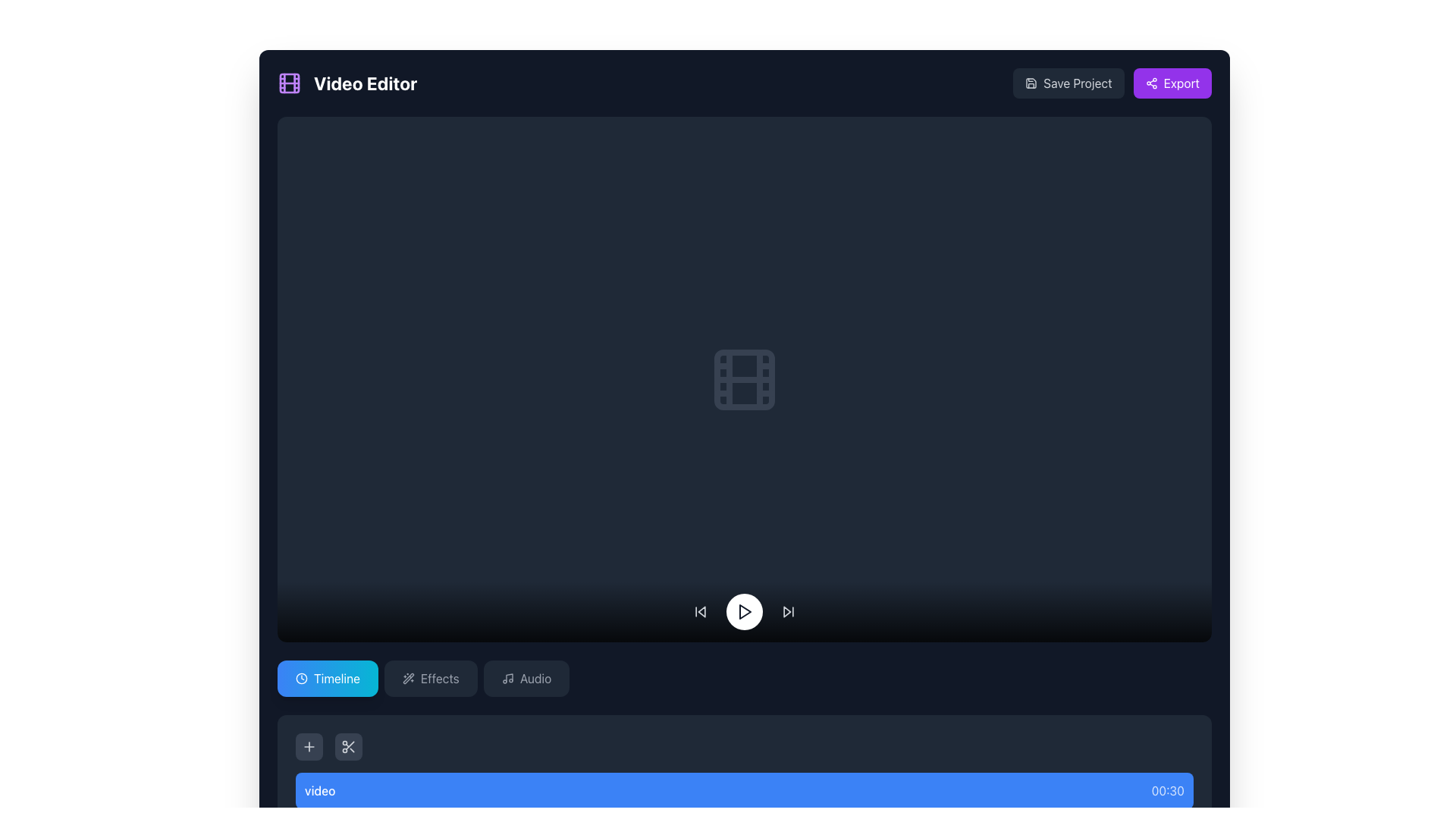 Image resolution: width=1456 pixels, height=819 pixels. What do you see at coordinates (701, 610) in the screenshot?
I see `the triangular portion of the skip-backward button located in the media control bar at the bottom center of the interface` at bounding box center [701, 610].